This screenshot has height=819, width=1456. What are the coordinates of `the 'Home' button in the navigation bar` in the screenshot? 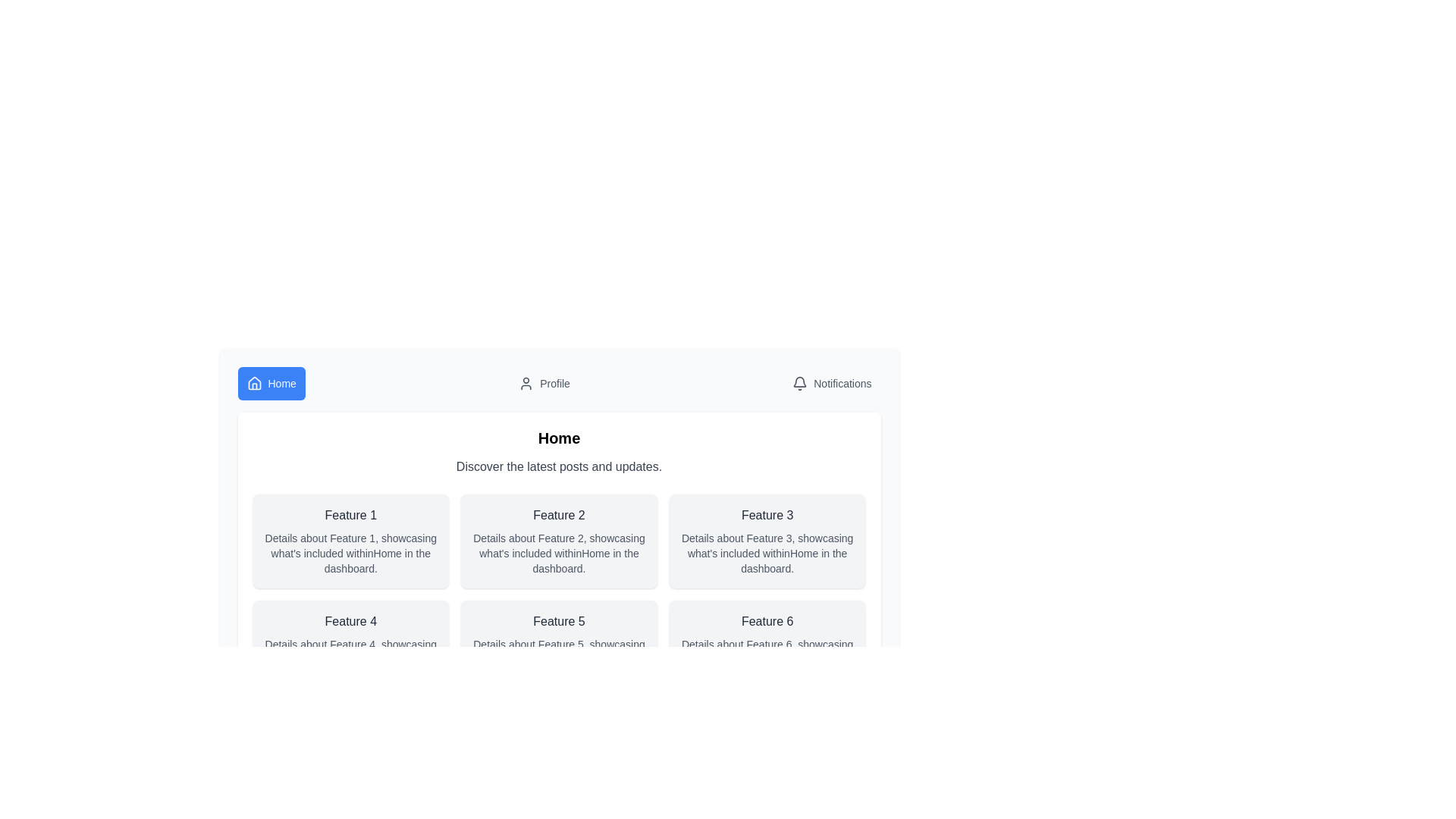 It's located at (558, 382).